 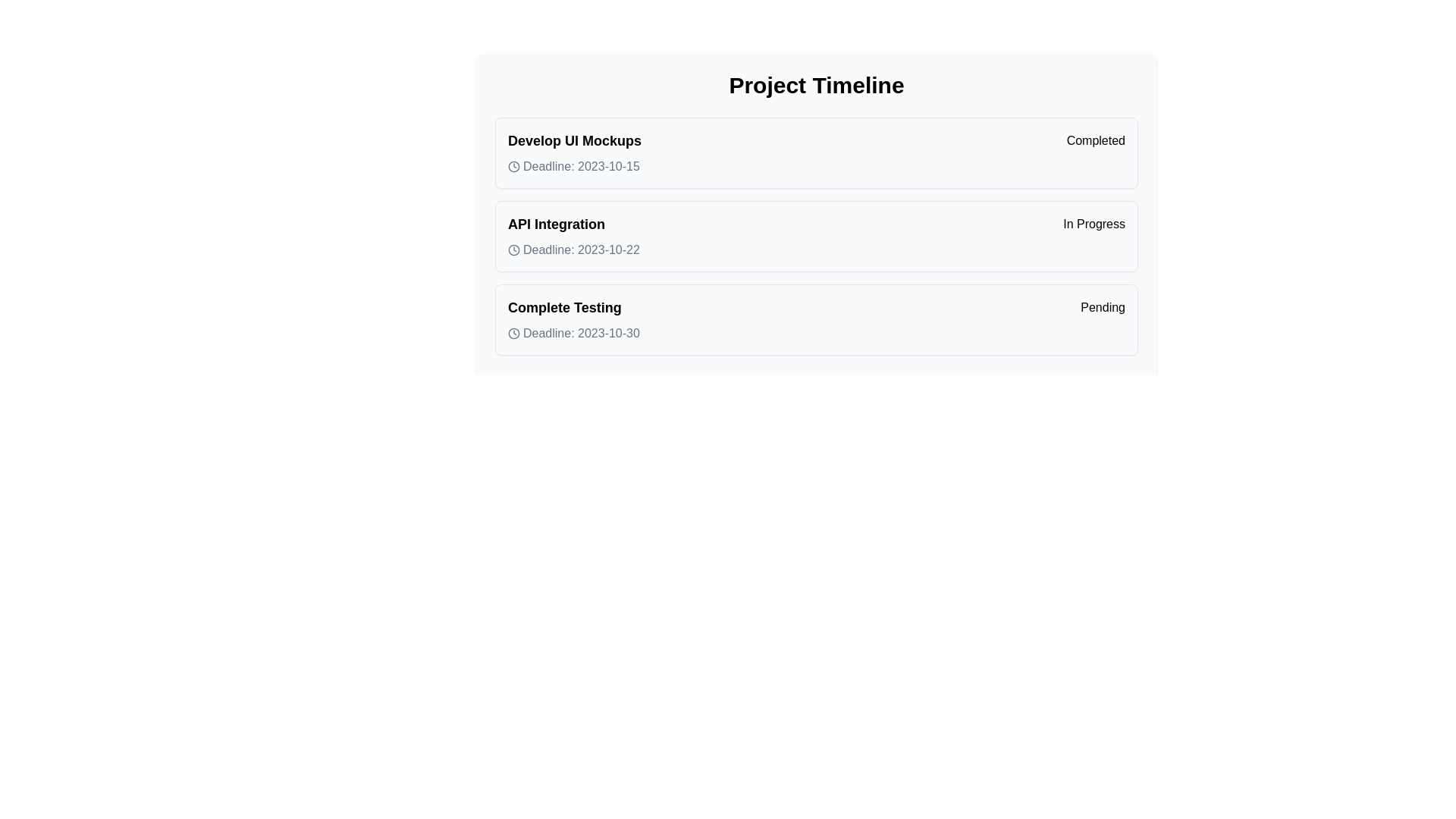 What do you see at coordinates (815, 205) in the screenshot?
I see `the second item in the vertical list of project tasks, which displays information about a task including the task title, deadline, and current status` at bounding box center [815, 205].